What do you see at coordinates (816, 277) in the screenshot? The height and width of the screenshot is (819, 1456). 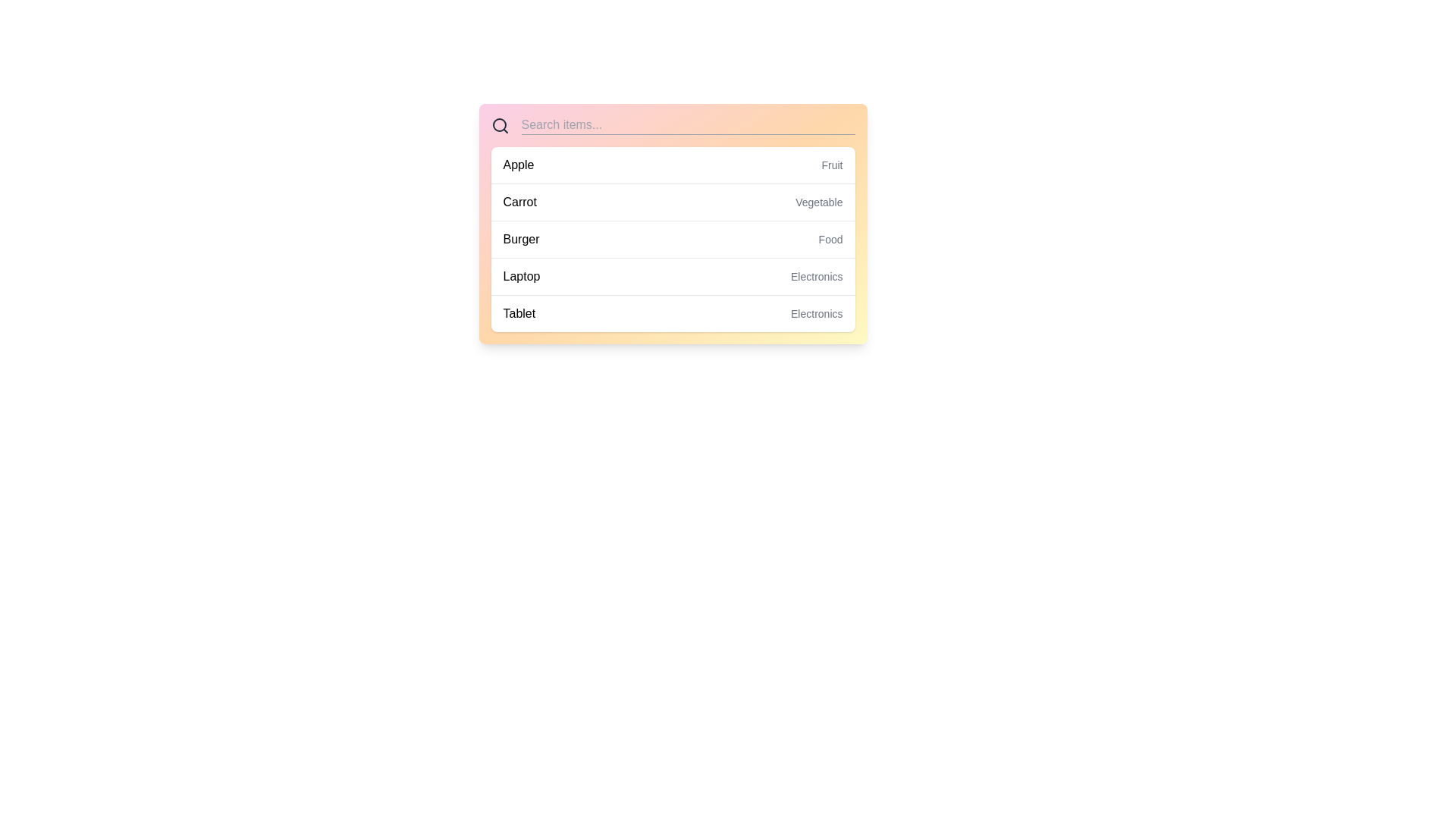 I see `the text label that provides additional information about the 'Laptop' category, positioned inside the row labeled 'Laptop' and aligned to the far right` at bounding box center [816, 277].